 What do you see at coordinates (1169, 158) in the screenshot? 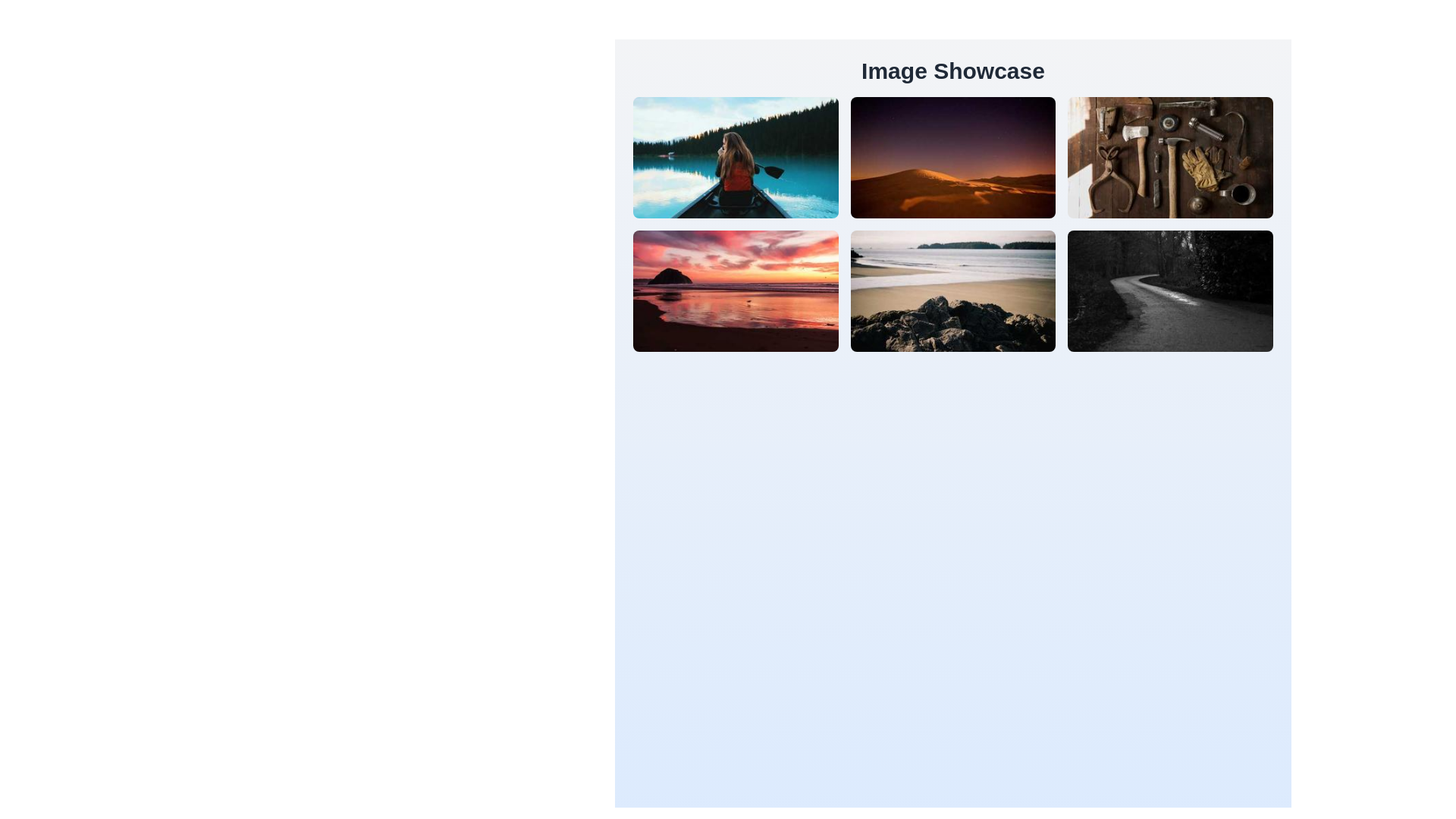
I see `the maximize icon button, which is a square with diagonal lines at the corners, located in the top-right corner of the third image in the 'Image Showcase' grid` at bounding box center [1169, 158].